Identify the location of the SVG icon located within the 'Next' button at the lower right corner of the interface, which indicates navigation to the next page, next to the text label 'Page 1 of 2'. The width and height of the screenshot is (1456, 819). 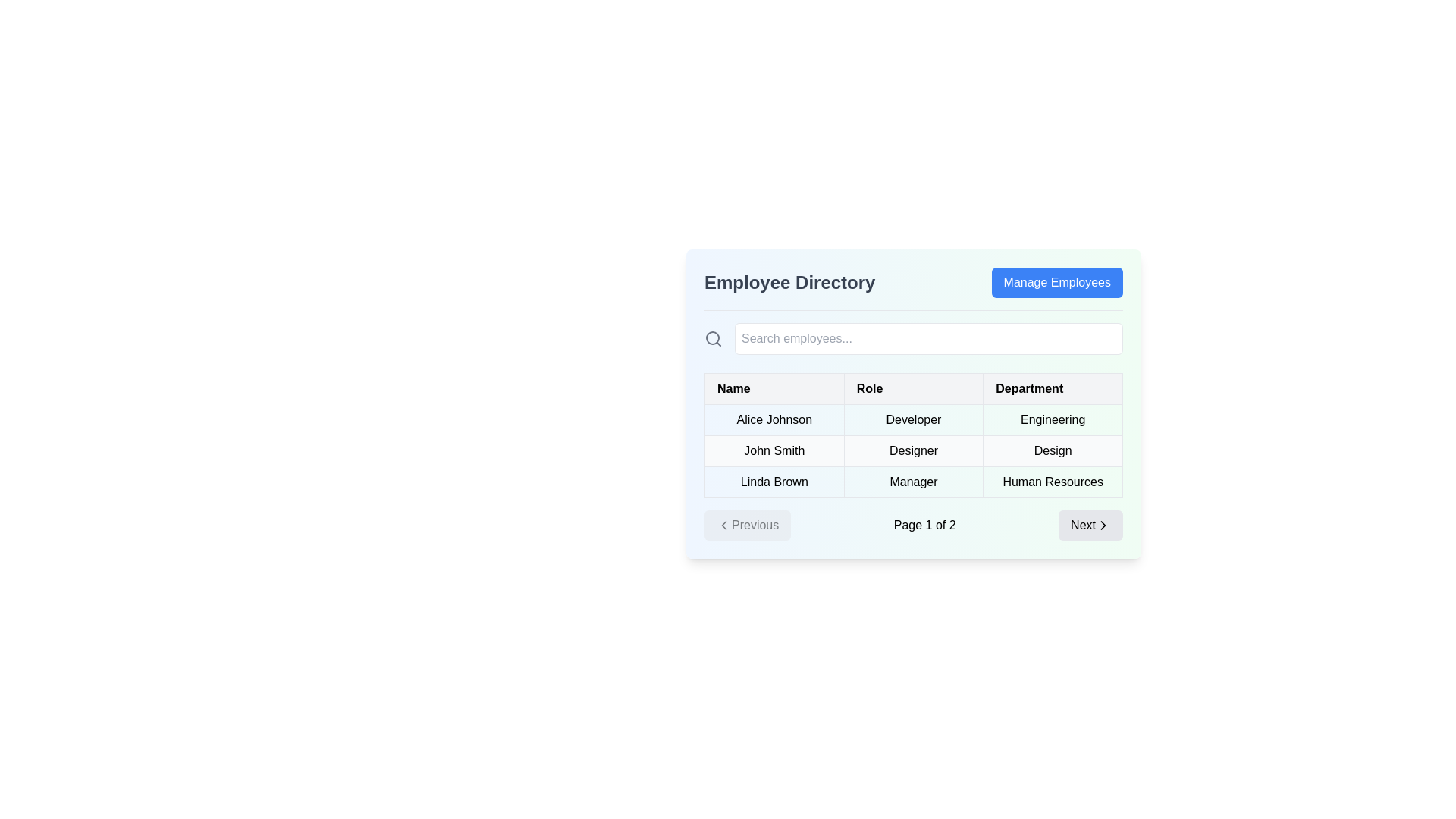
(1103, 525).